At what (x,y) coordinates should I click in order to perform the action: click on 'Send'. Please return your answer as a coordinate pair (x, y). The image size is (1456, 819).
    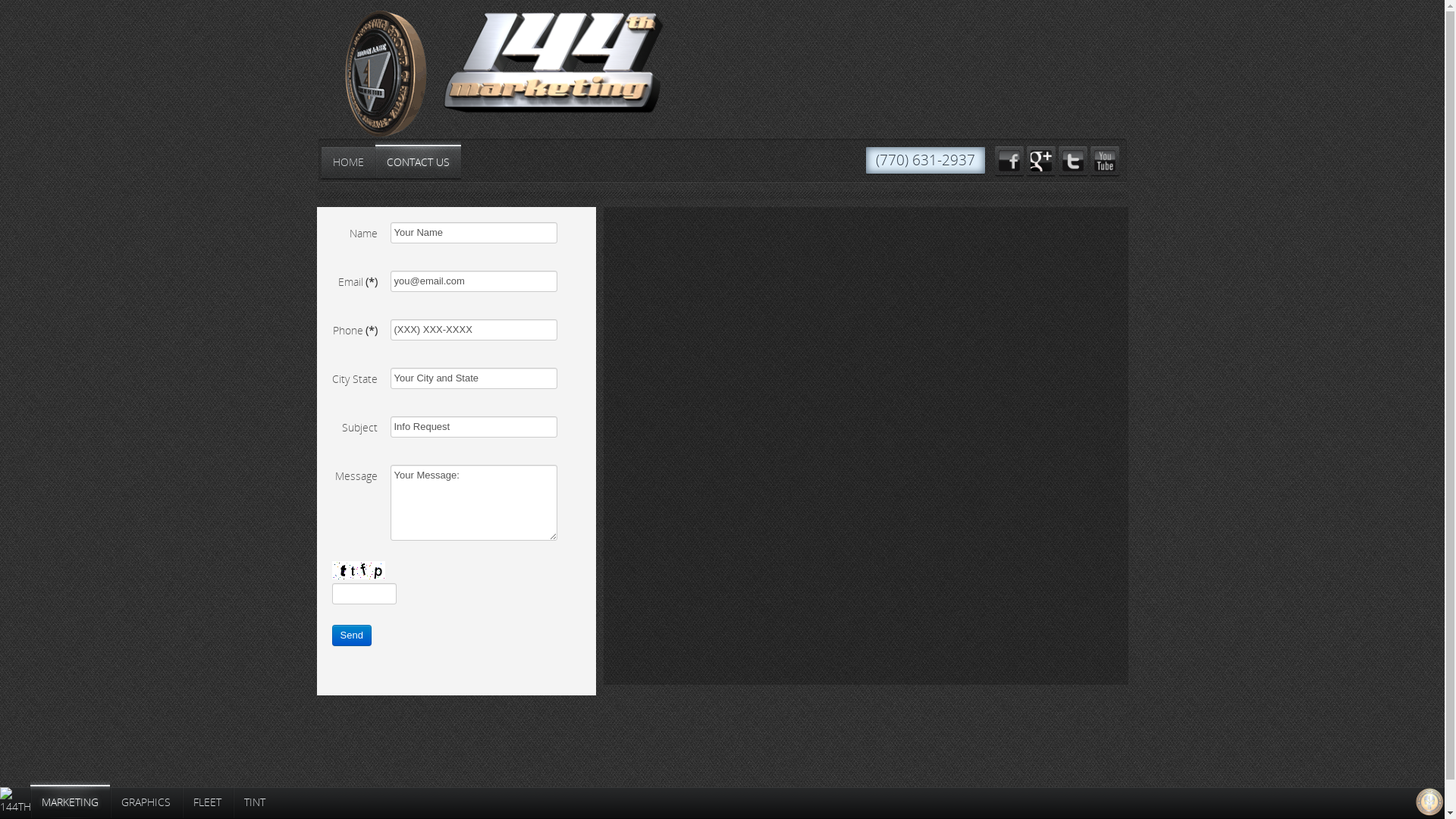
    Looking at the image, I should click on (331, 635).